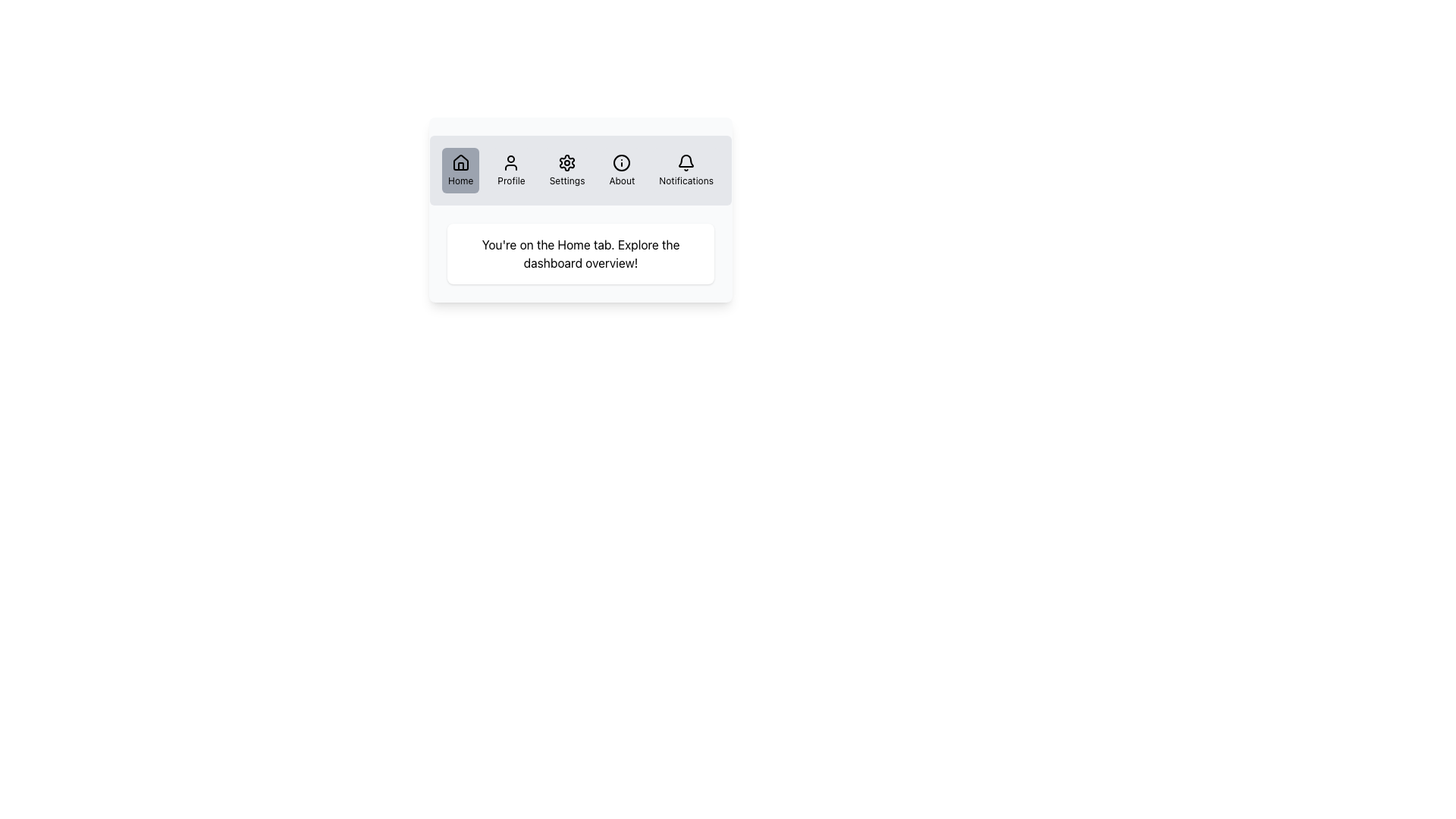 The image size is (1456, 819). Describe the element at coordinates (622, 163) in the screenshot. I see `the 'About' icon in the horizontal menu, which is represented by an SVG graphic located above the label 'About'` at that location.